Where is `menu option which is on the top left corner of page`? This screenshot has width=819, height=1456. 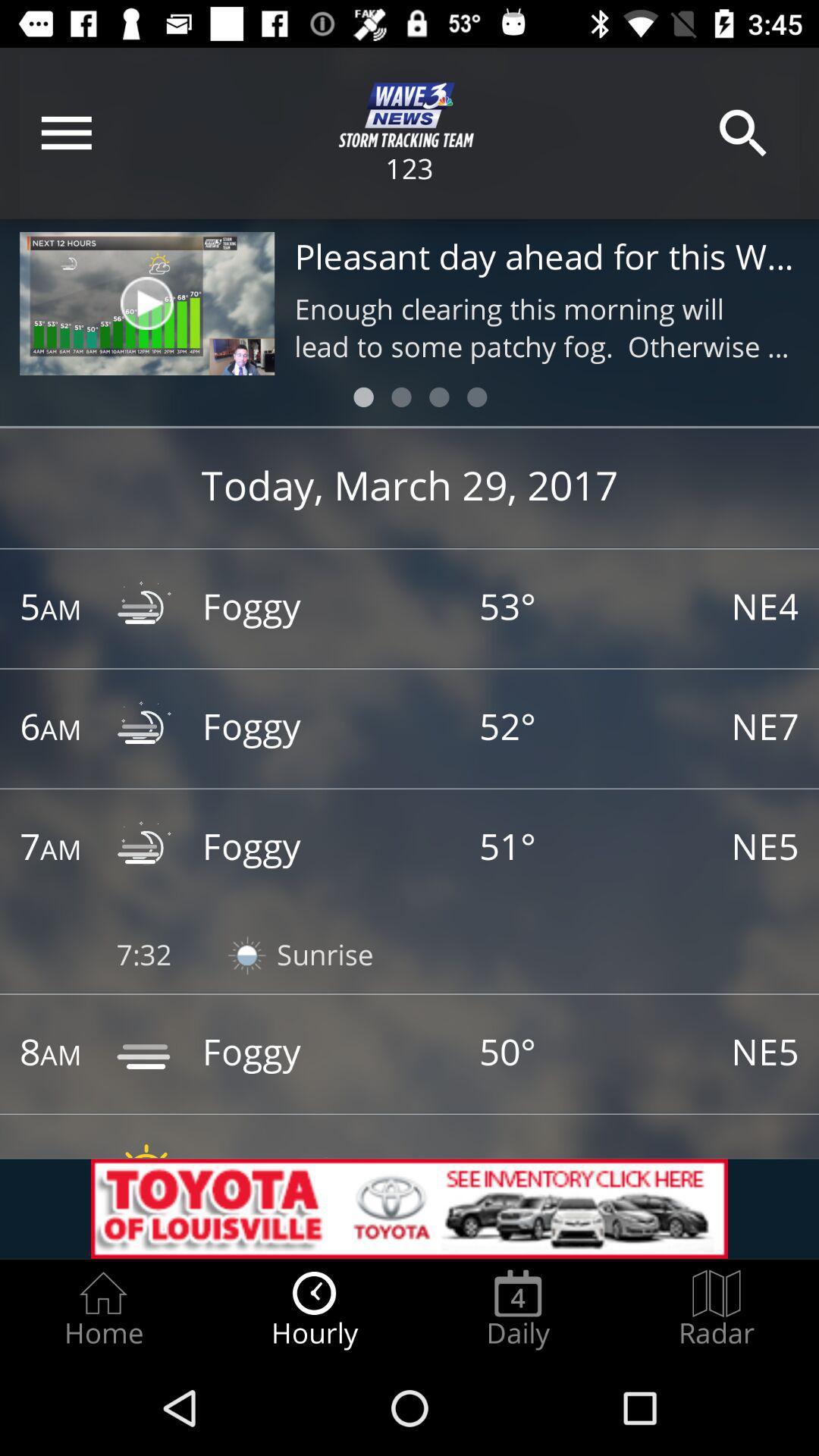 menu option which is on the top left corner of page is located at coordinates (66, 133).